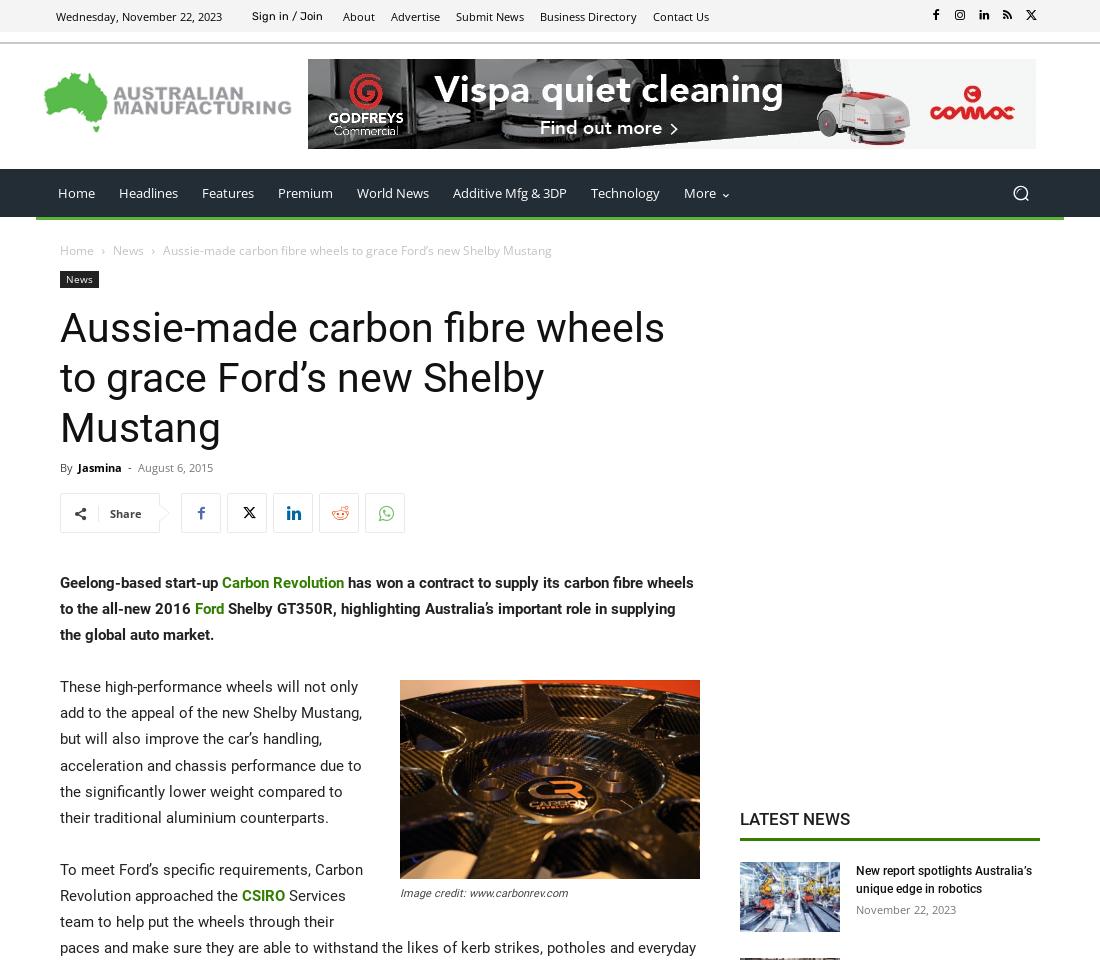  What do you see at coordinates (138, 14) in the screenshot?
I see `'Wednesday, November 22, 2023'` at bounding box center [138, 14].